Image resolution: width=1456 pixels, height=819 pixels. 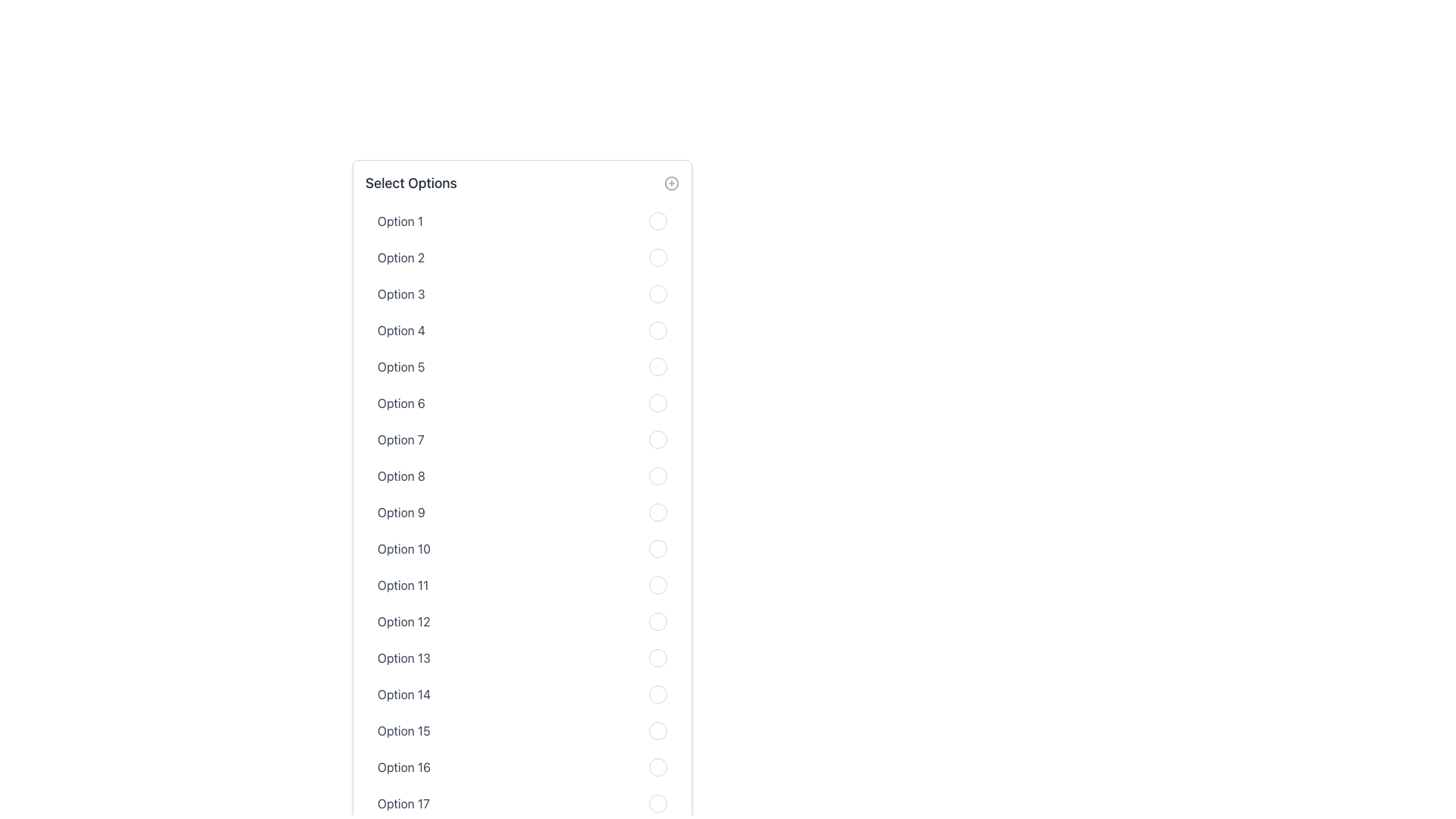 What do you see at coordinates (522, 730) in the screenshot?
I see `the radio button labeled as the 15th option in the 'Select Options' list` at bounding box center [522, 730].